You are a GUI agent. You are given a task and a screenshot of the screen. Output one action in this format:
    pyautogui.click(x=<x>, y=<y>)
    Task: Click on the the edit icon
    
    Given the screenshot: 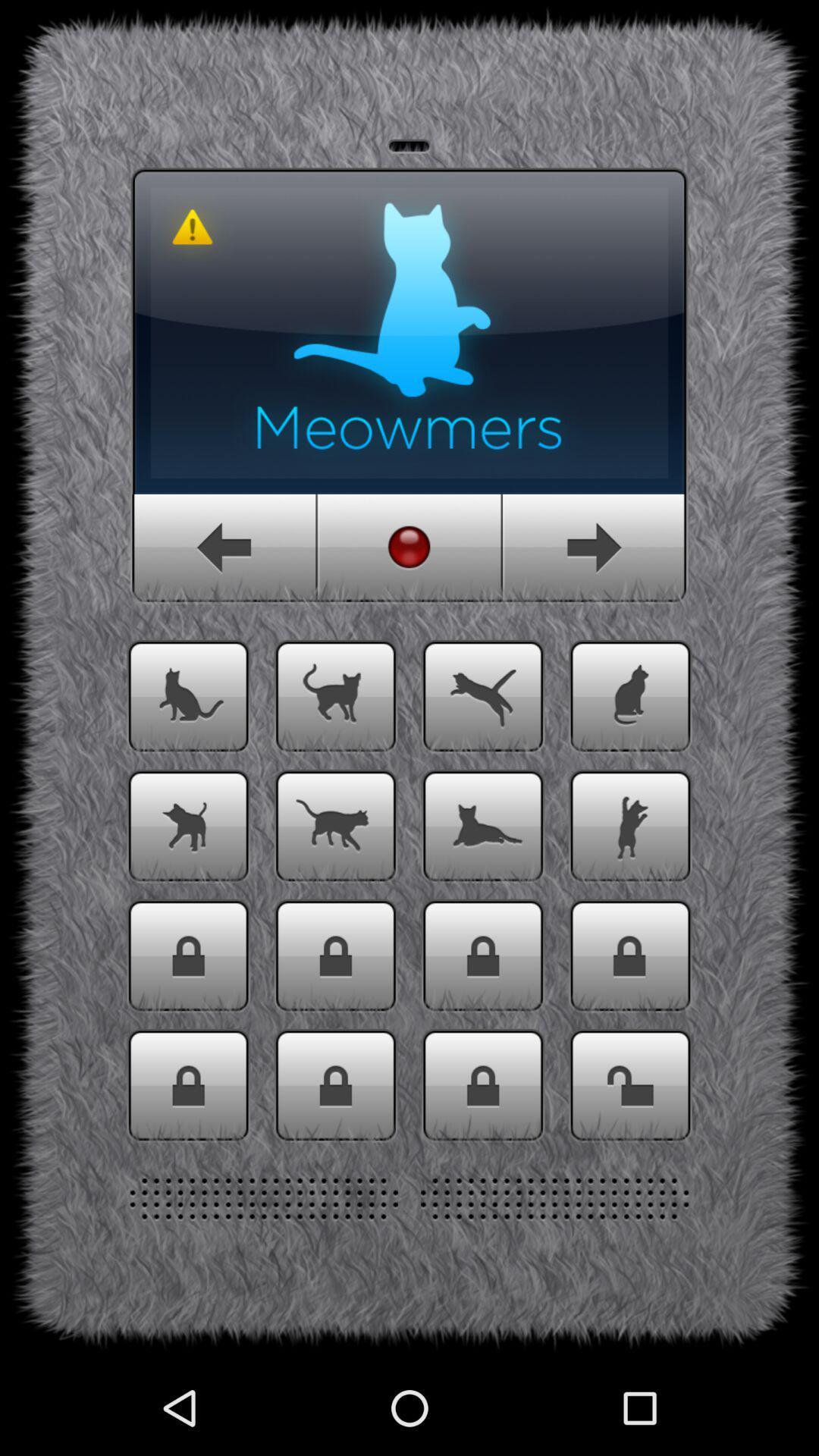 What is the action you would take?
    pyautogui.click(x=630, y=754)
    